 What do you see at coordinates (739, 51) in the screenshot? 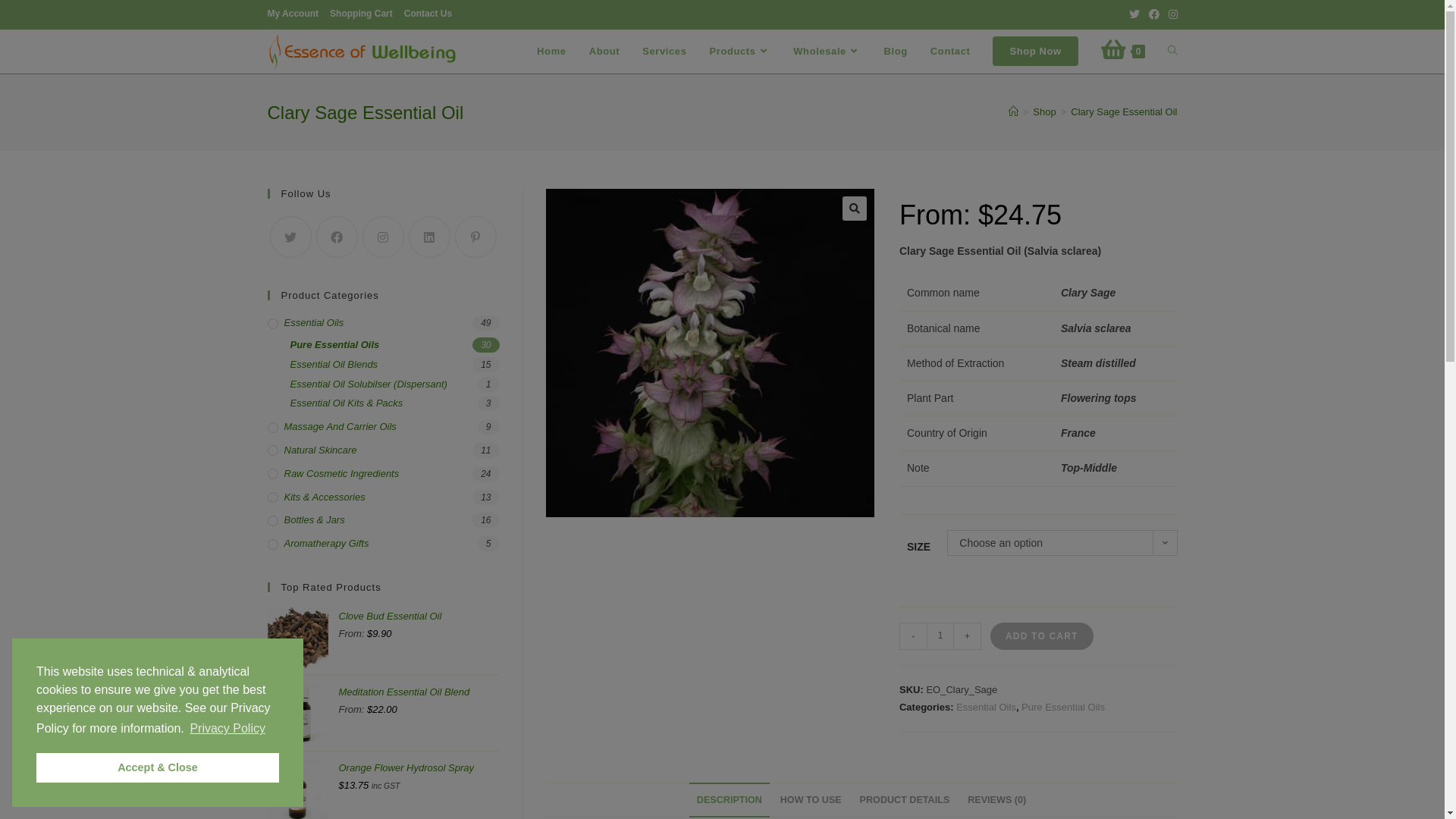
I see `'Products'` at bounding box center [739, 51].